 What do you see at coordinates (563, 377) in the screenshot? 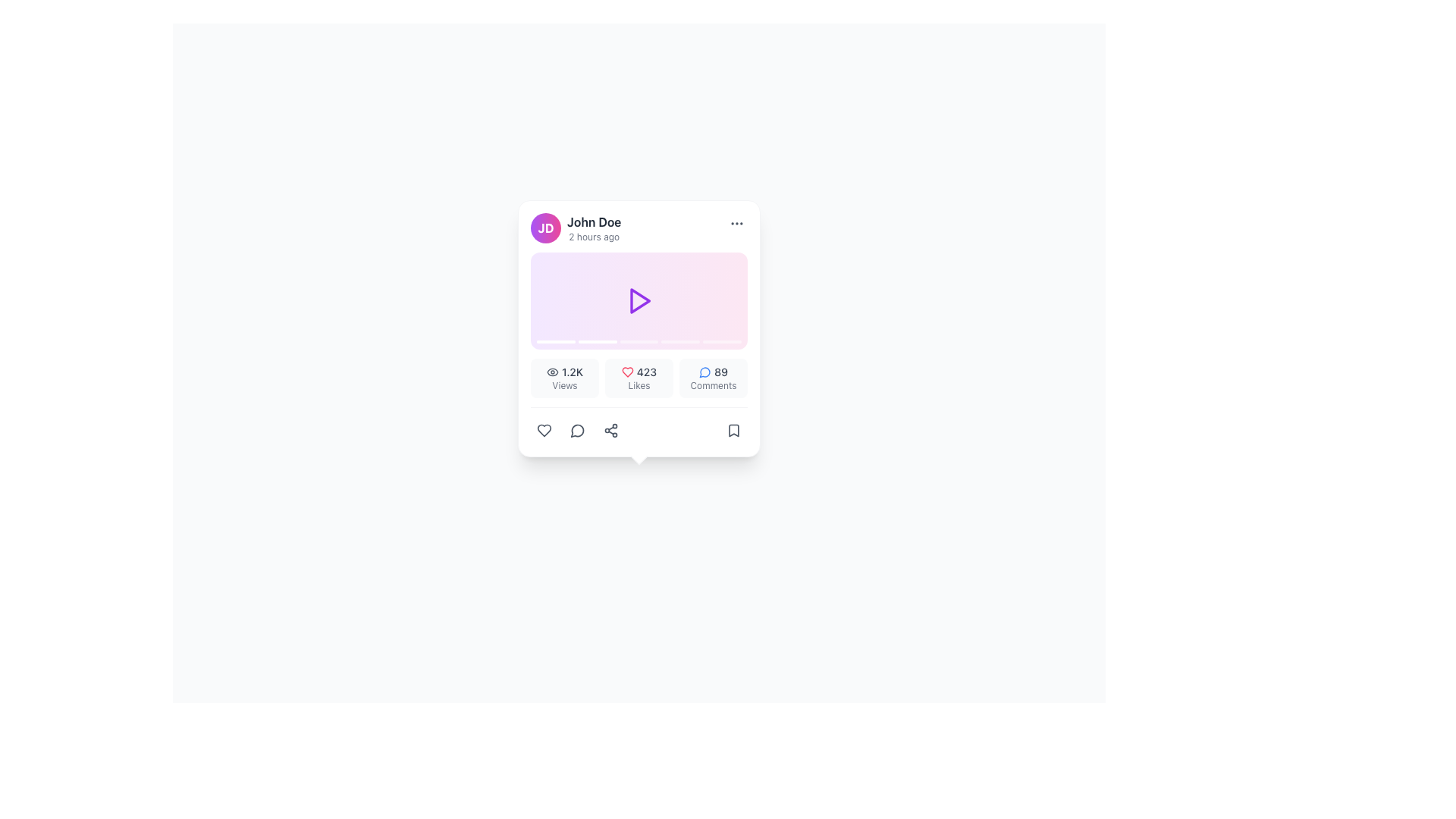
I see `the static informational display showing '1.2K Views' with an eye icon, which is located in the leftmost cell of a three-column grid at the bottom of a card-like structure` at bounding box center [563, 377].